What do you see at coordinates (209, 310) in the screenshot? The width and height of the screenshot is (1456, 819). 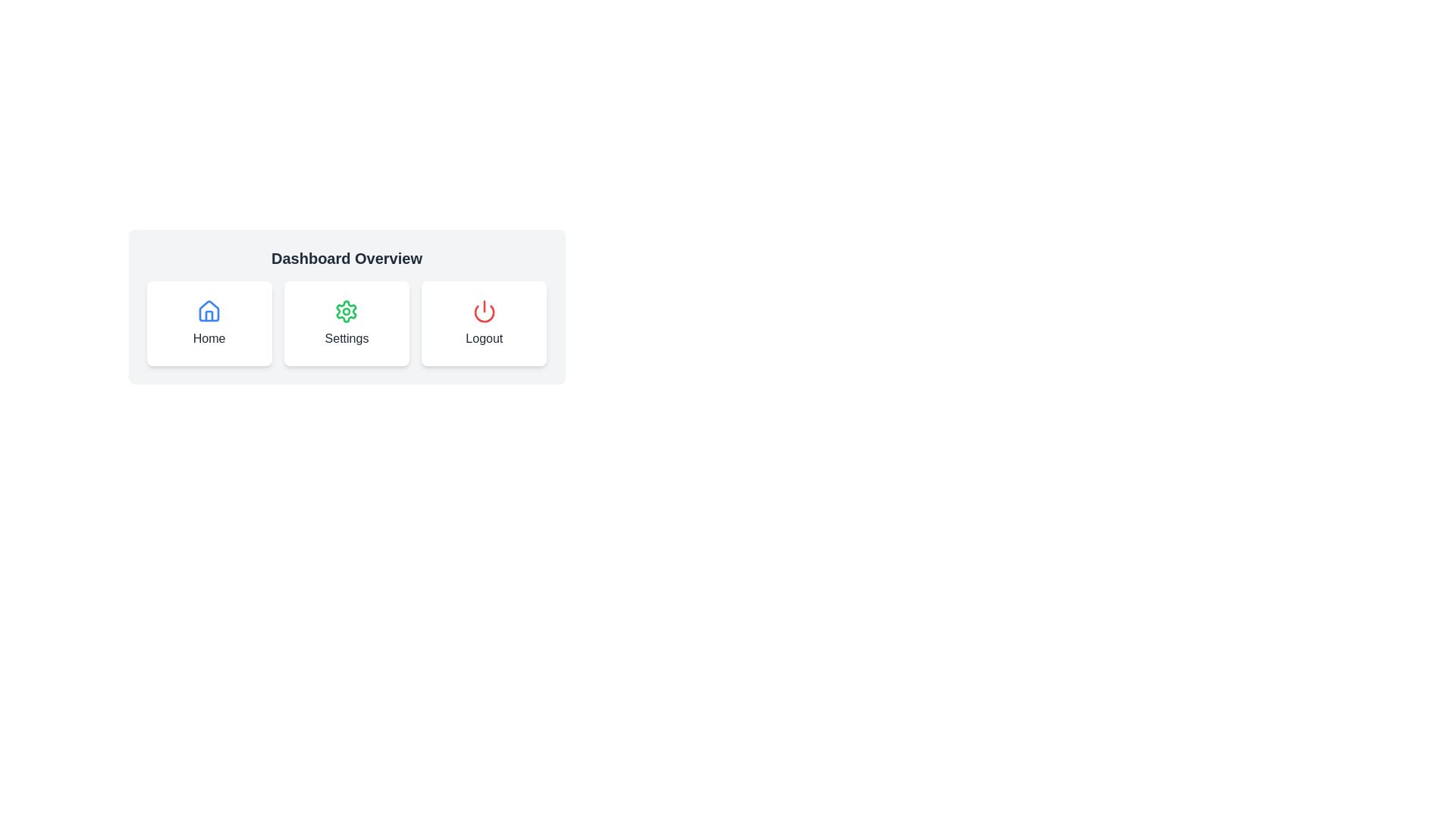 I see `the house icon with a blue stroke located within the 'Home' button, positioned below the 'Dashboard Overview' title` at bounding box center [209, 310].